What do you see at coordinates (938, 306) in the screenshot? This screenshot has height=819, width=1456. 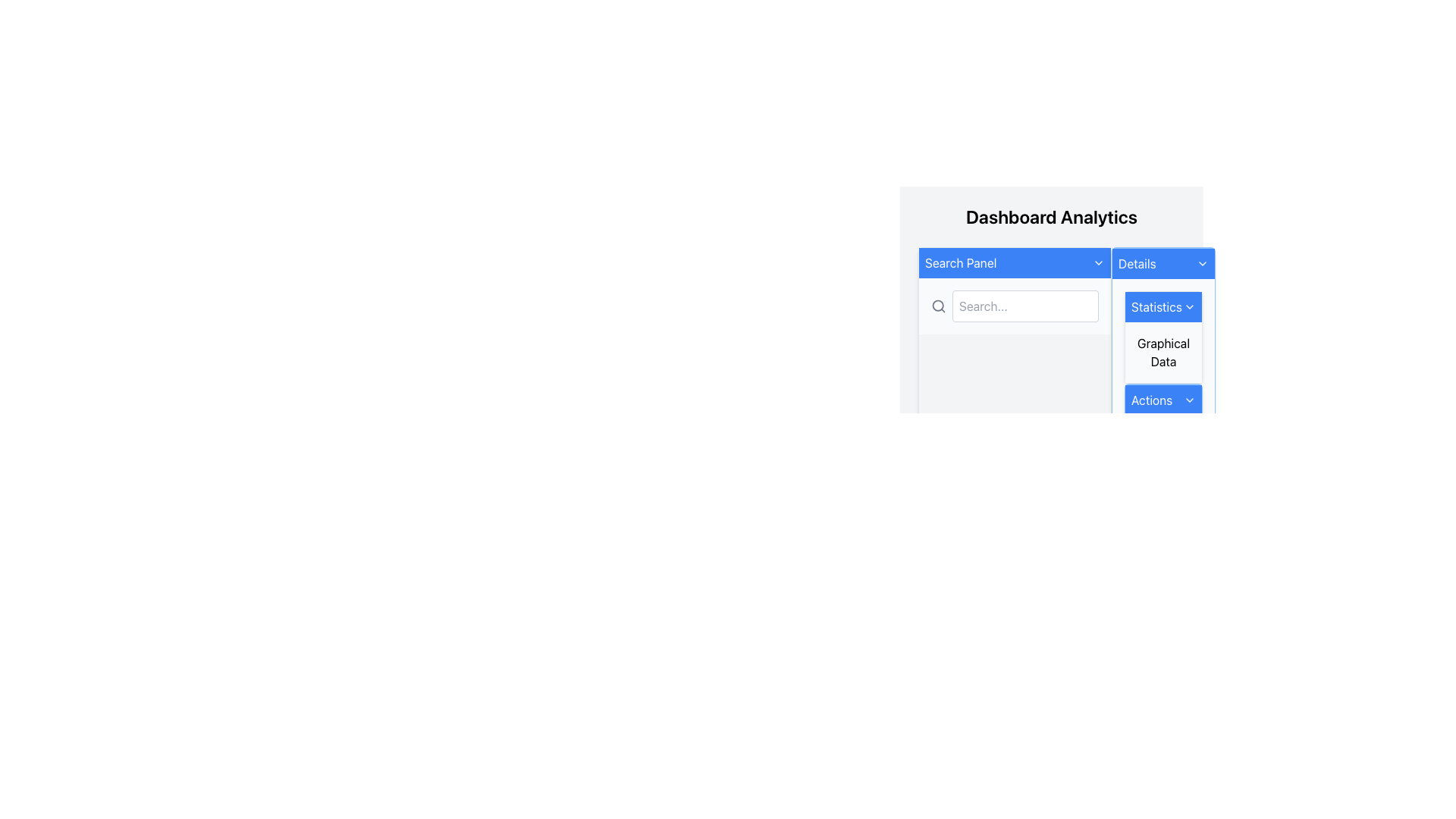 I see `the search icon, which is characterized by its circular magnifying glass shape with a gray outline, located to the left of the text input field labeled 'Search...'` at bounding box center [938, 306].